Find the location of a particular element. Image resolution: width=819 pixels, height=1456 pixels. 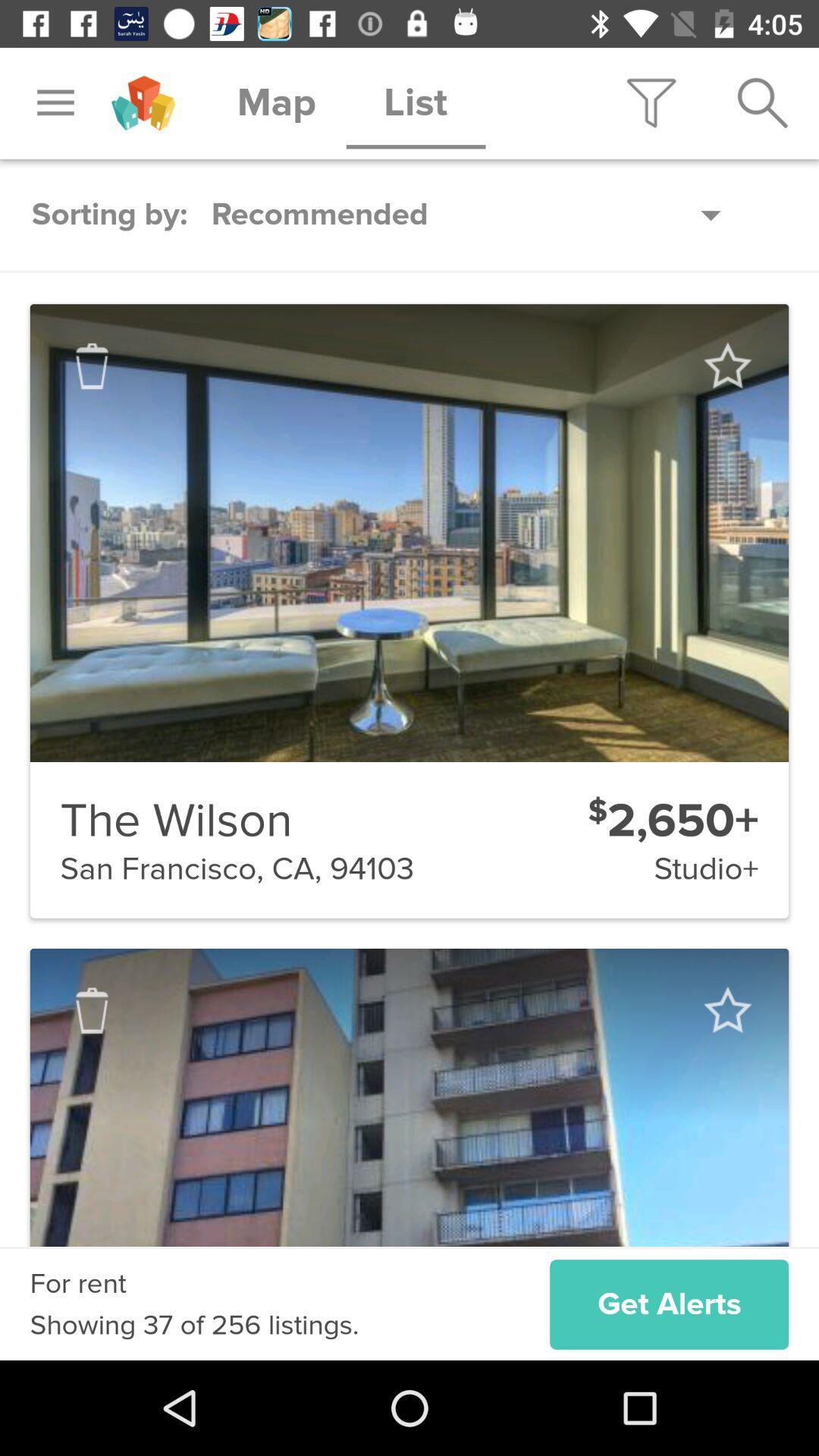

tap to leave this option in favorite is located at coordinates (726, 1010).